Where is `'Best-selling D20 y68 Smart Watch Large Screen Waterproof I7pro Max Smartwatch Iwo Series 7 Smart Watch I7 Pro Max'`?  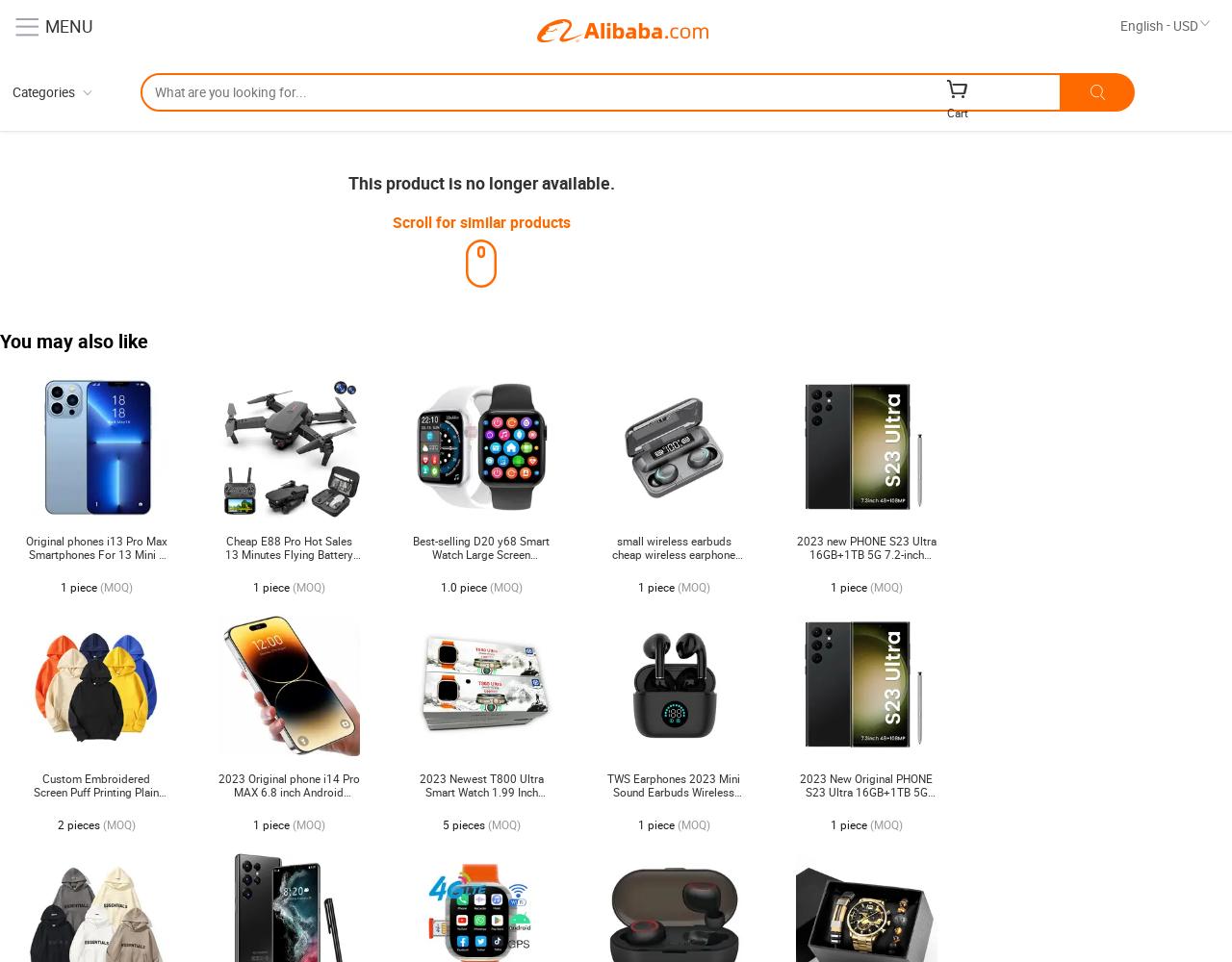 'Best-selling D20 y68 Smart Watch Large Screen Waterproof I7pro Max Smartwatch Iwo Series 7 Smart Watch I7 Pro Max' is located at coordinates (480, 567).